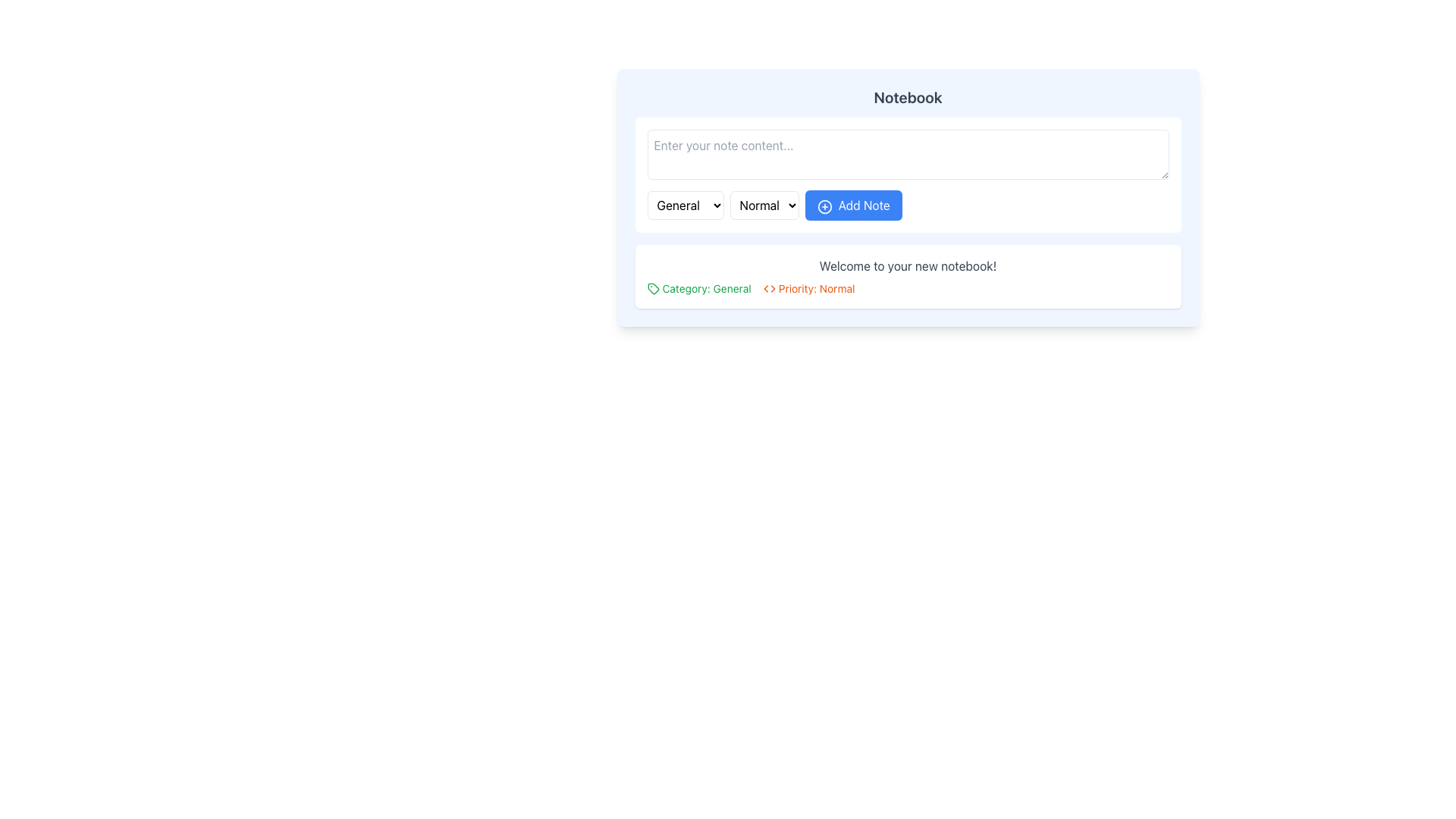 The height and width of the screenshot is (819, 1456). Describe the element at coordinates (698, 289) in the screenshot. I see `text content of the label element which consists of a green tag icon and the text 'Category: General'` at that location.